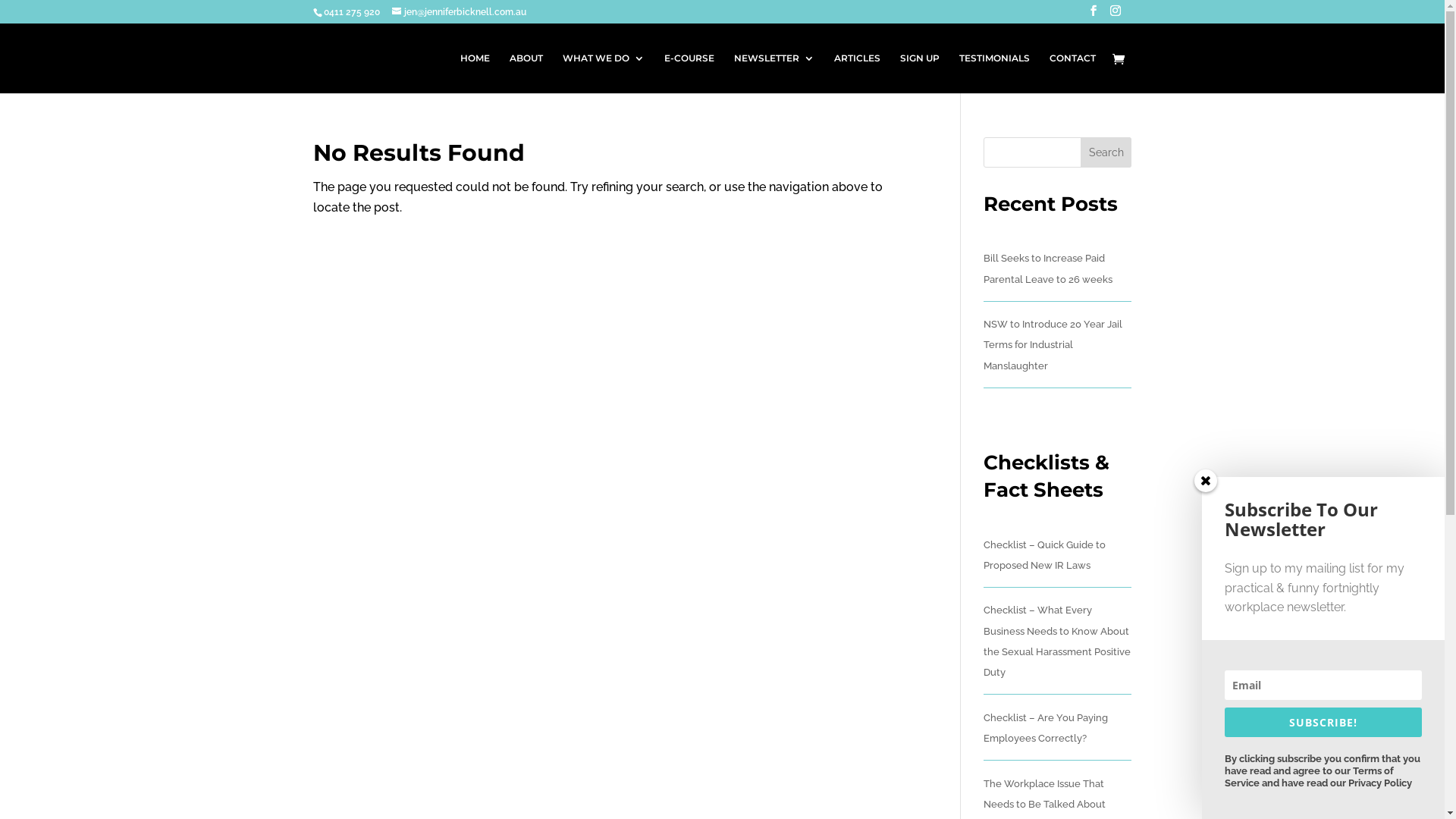 This screenshot has height=819, width=1456. I want to click on 'HOME', so click(473, 73).